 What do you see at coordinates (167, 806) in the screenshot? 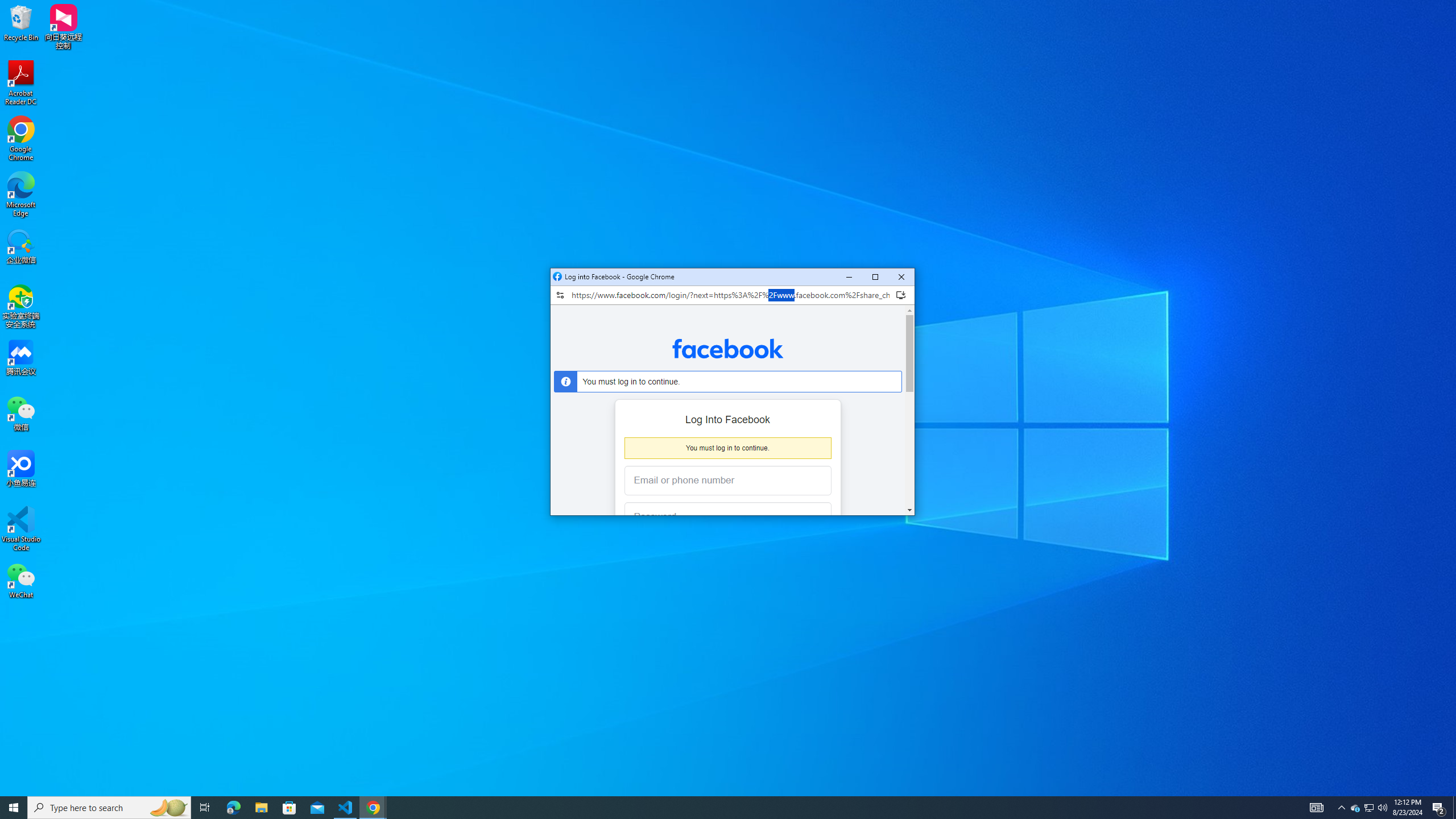
I see `'Search highlights icon opens search home window'` at bounding box center [167, 806].